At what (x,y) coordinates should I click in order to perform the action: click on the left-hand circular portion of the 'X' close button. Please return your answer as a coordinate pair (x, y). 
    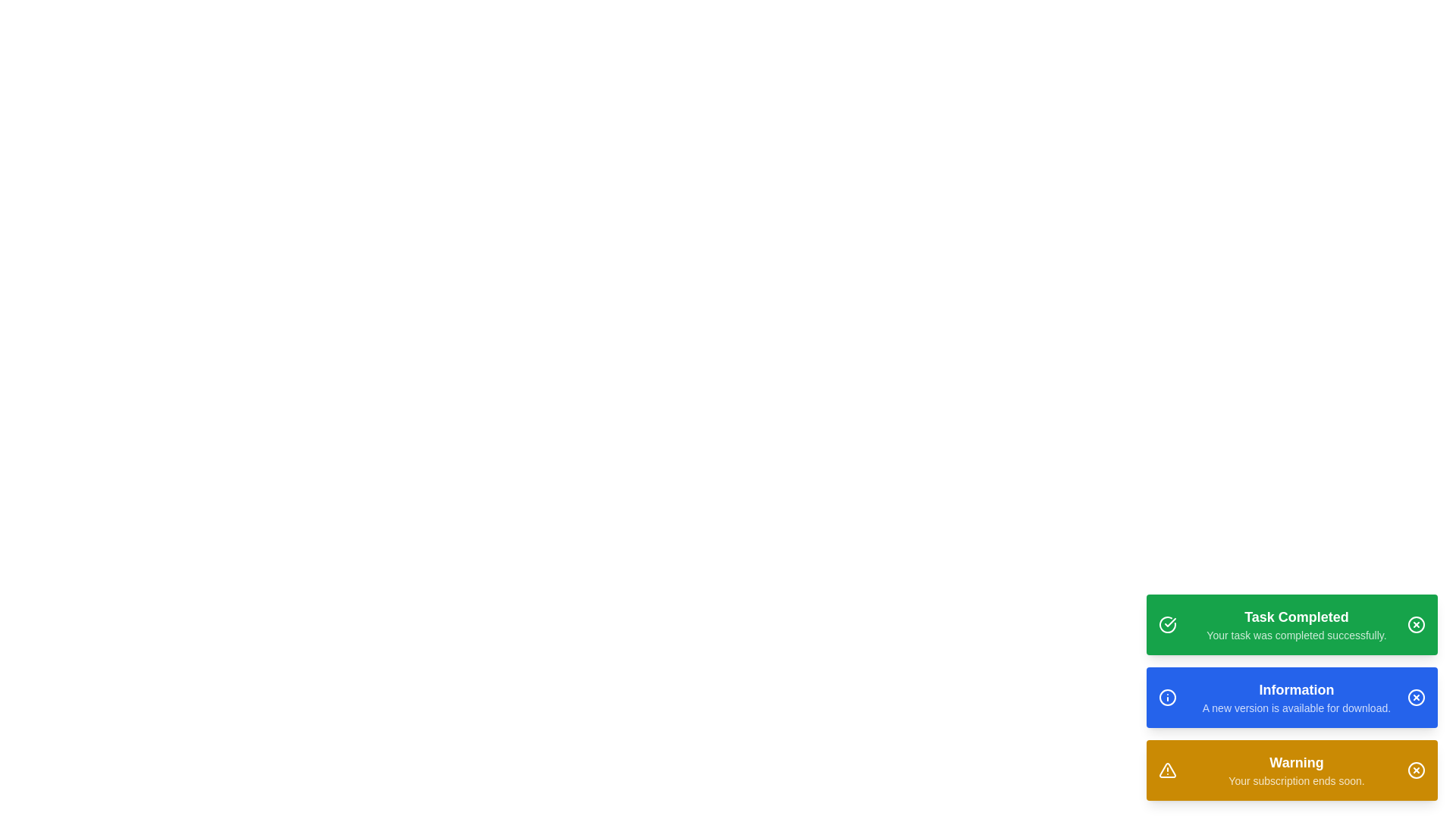
    Looking at the image, I should click on (1415, 770).